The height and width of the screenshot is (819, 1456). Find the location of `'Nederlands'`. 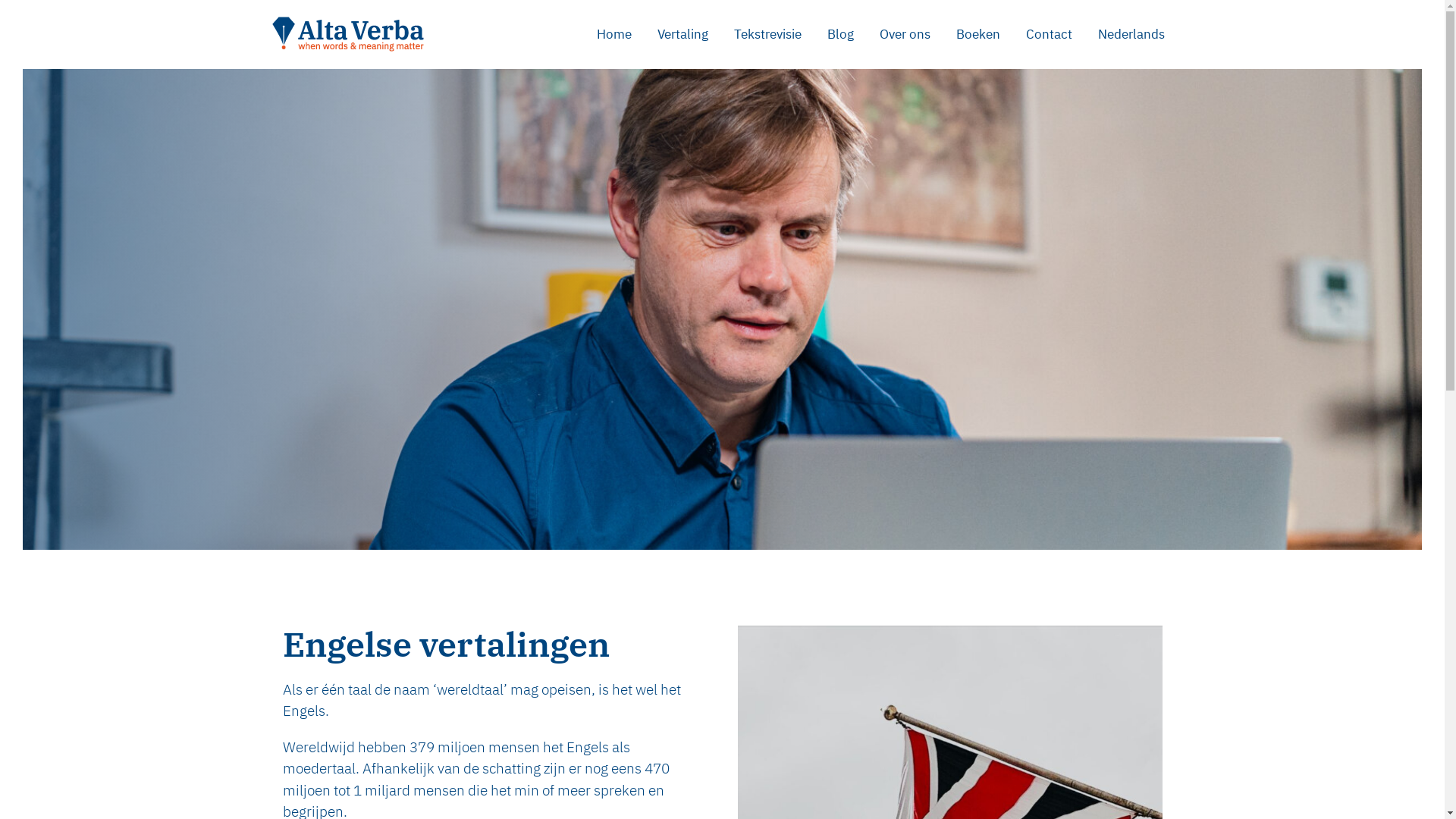

'Nederlands' is located at coordinates (1131, 34).